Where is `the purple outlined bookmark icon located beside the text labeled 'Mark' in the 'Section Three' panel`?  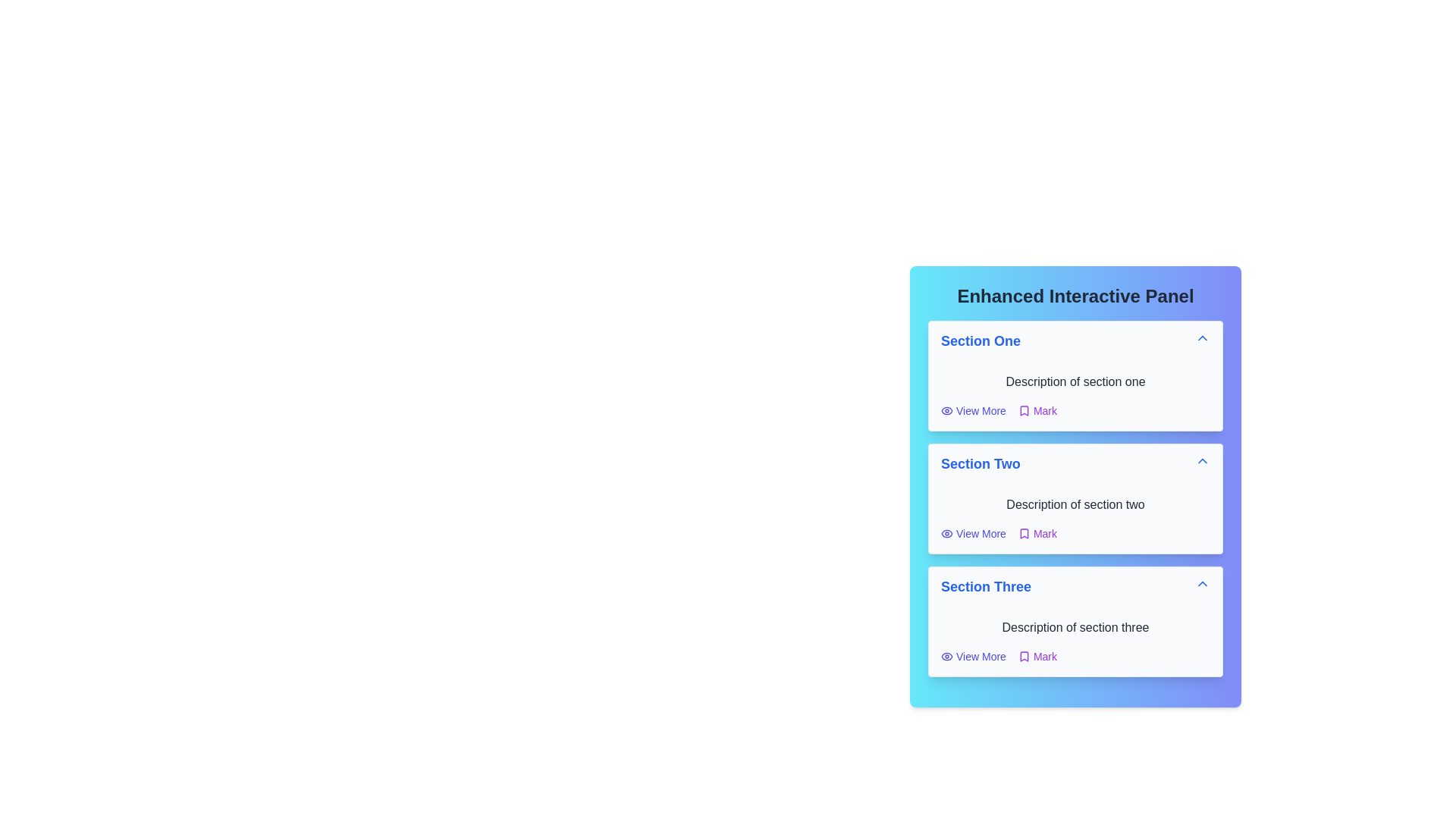
the purple outlined bookmark icon located beside the text labeled 'Mark' in the 'Section Three' panel is located at coordinates (1024, 656).